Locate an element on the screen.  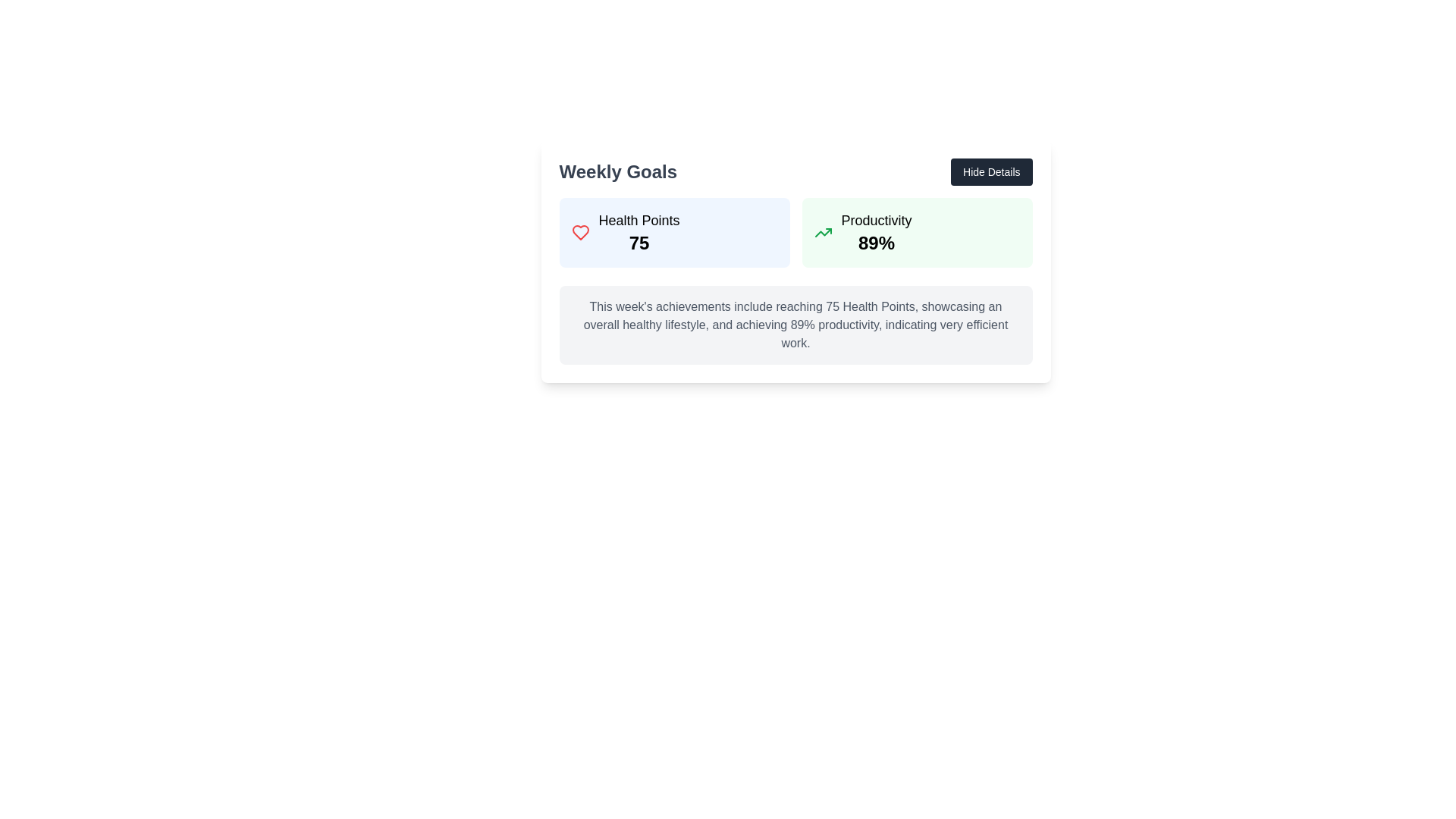
the 'Health Points' text label displaying the number '75', which is prominently styled in bold and larger font, located in the top-left of the 'Weekly Goals' section beside a red heart icon is located at coordinates (639, 233).